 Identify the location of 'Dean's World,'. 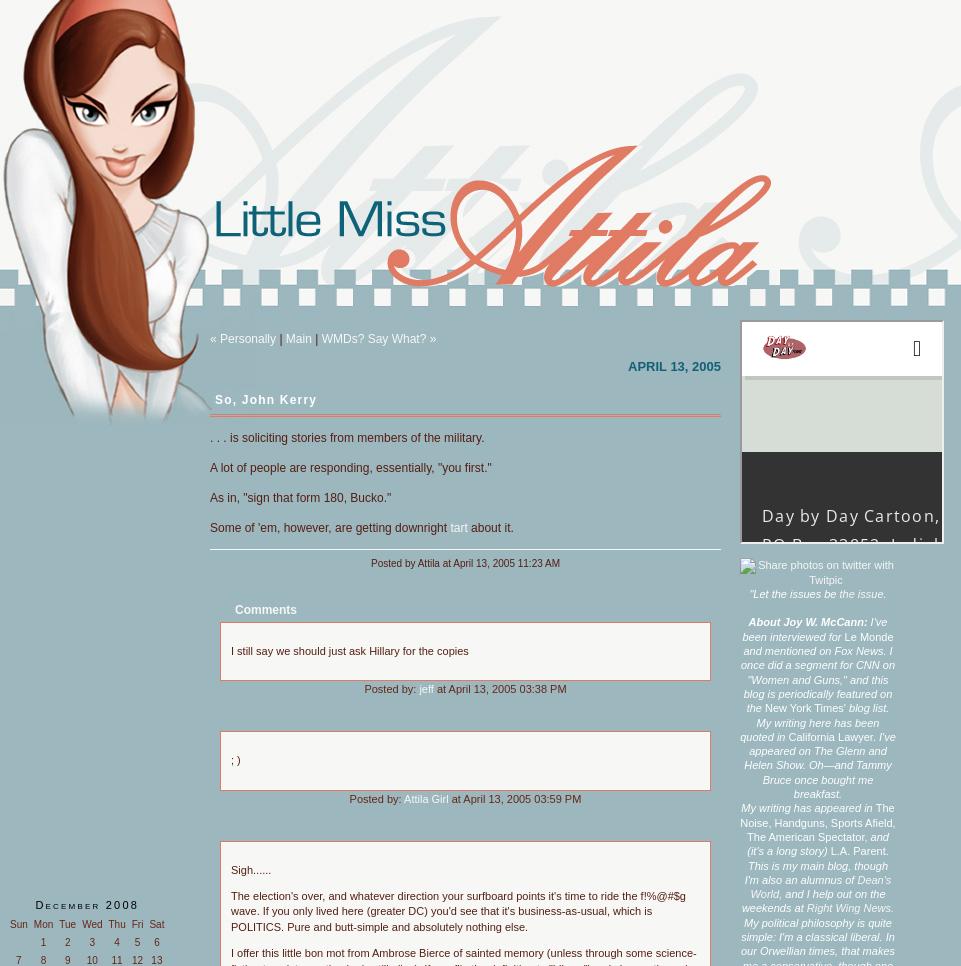
(820, 886).